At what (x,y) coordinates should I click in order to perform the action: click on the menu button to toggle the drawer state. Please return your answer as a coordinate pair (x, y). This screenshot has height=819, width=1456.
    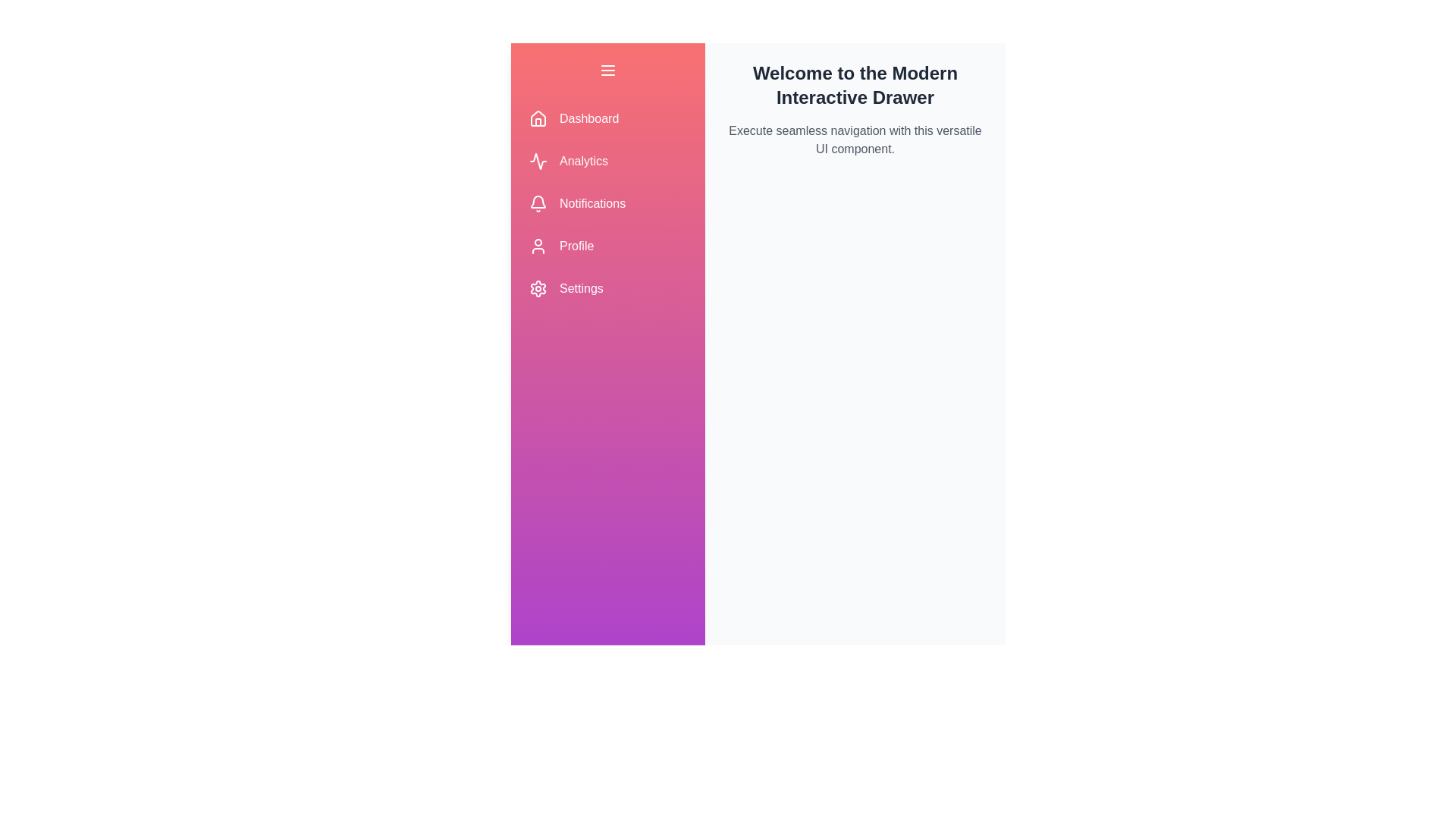
    Looking at the image, I should click on (607, 70).